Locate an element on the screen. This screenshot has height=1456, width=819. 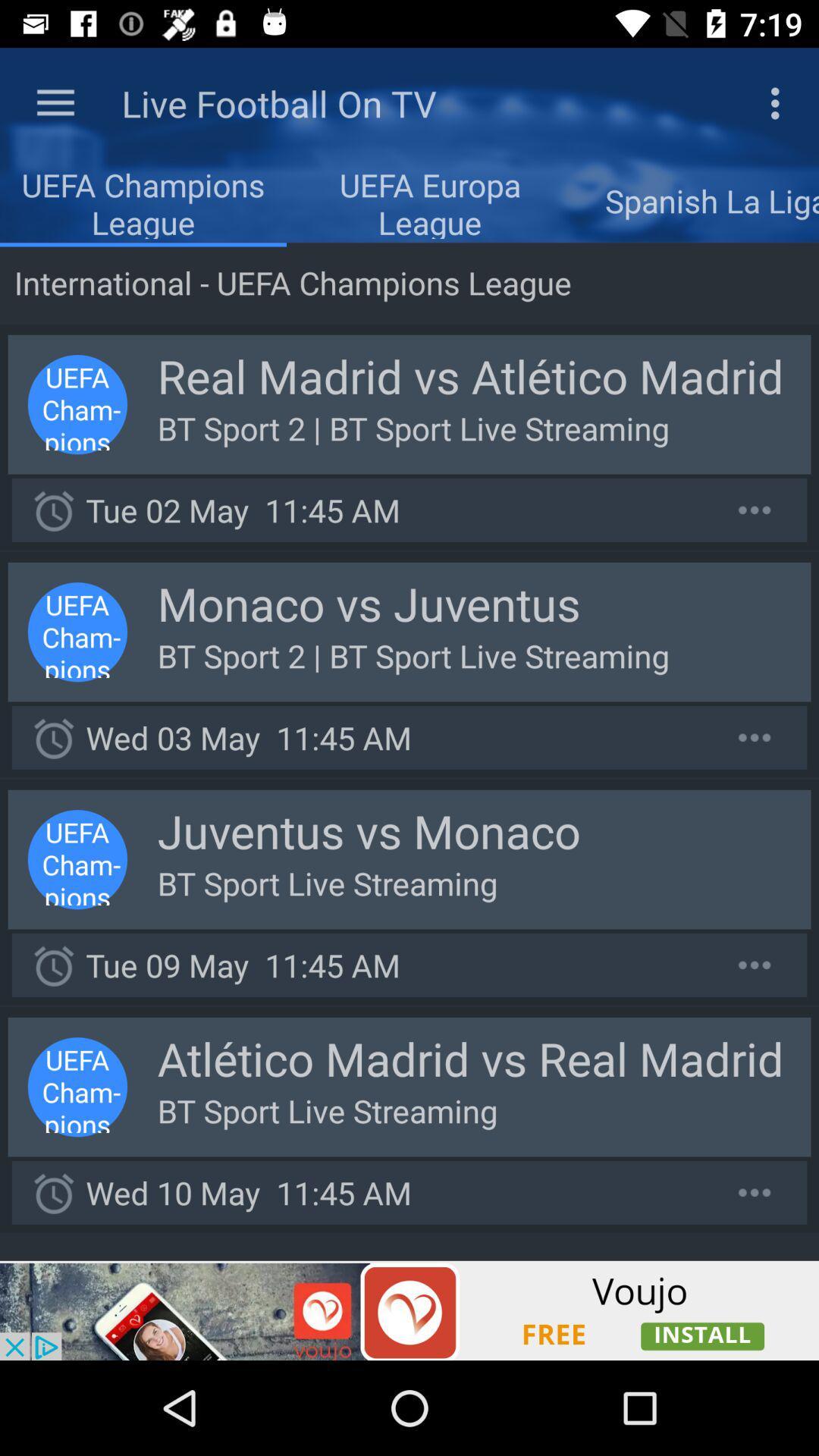
three dot menu is located at coordinates (755, 737).